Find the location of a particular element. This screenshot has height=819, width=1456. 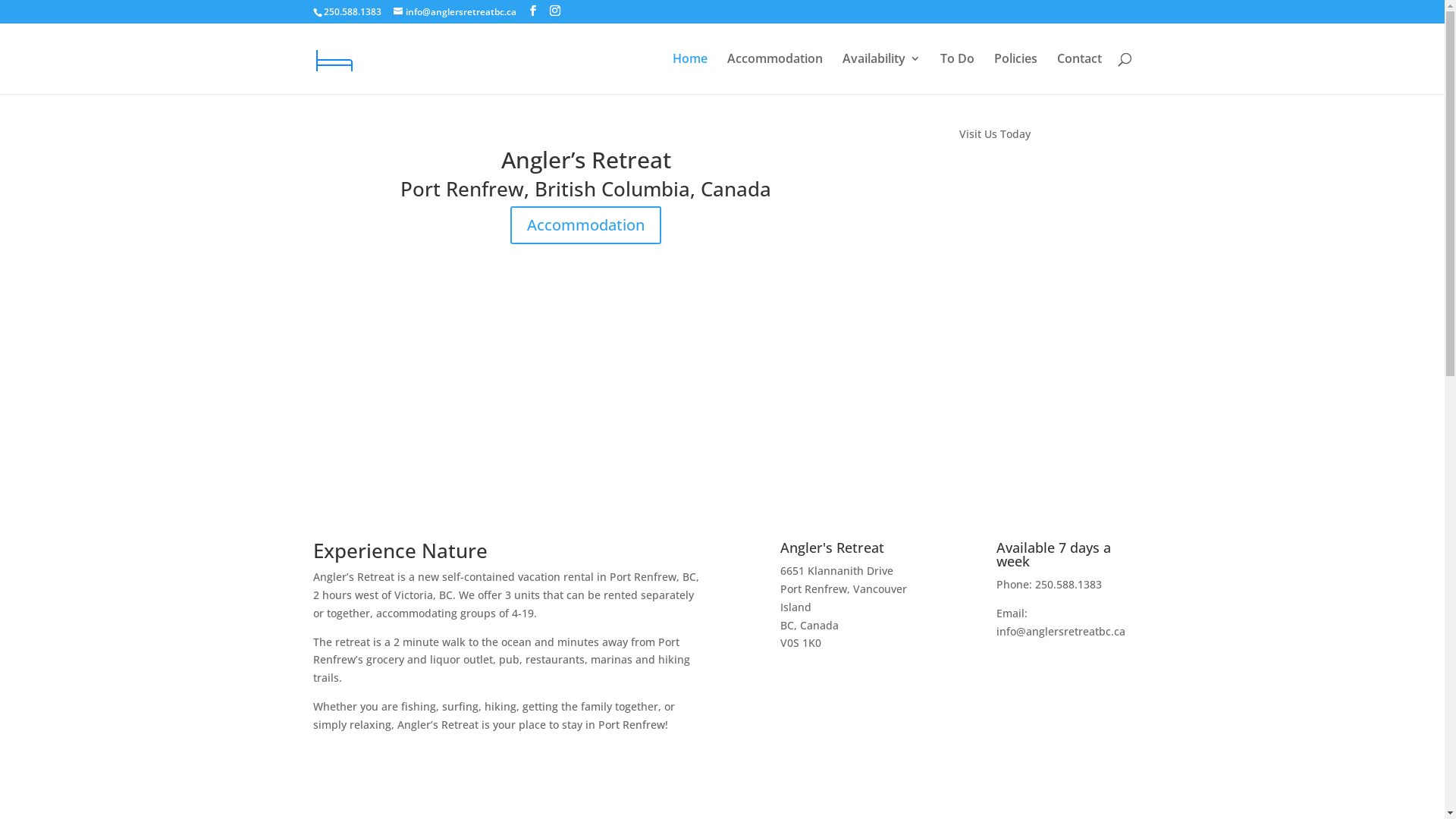

'Home' is located at coordinates (688, 73).